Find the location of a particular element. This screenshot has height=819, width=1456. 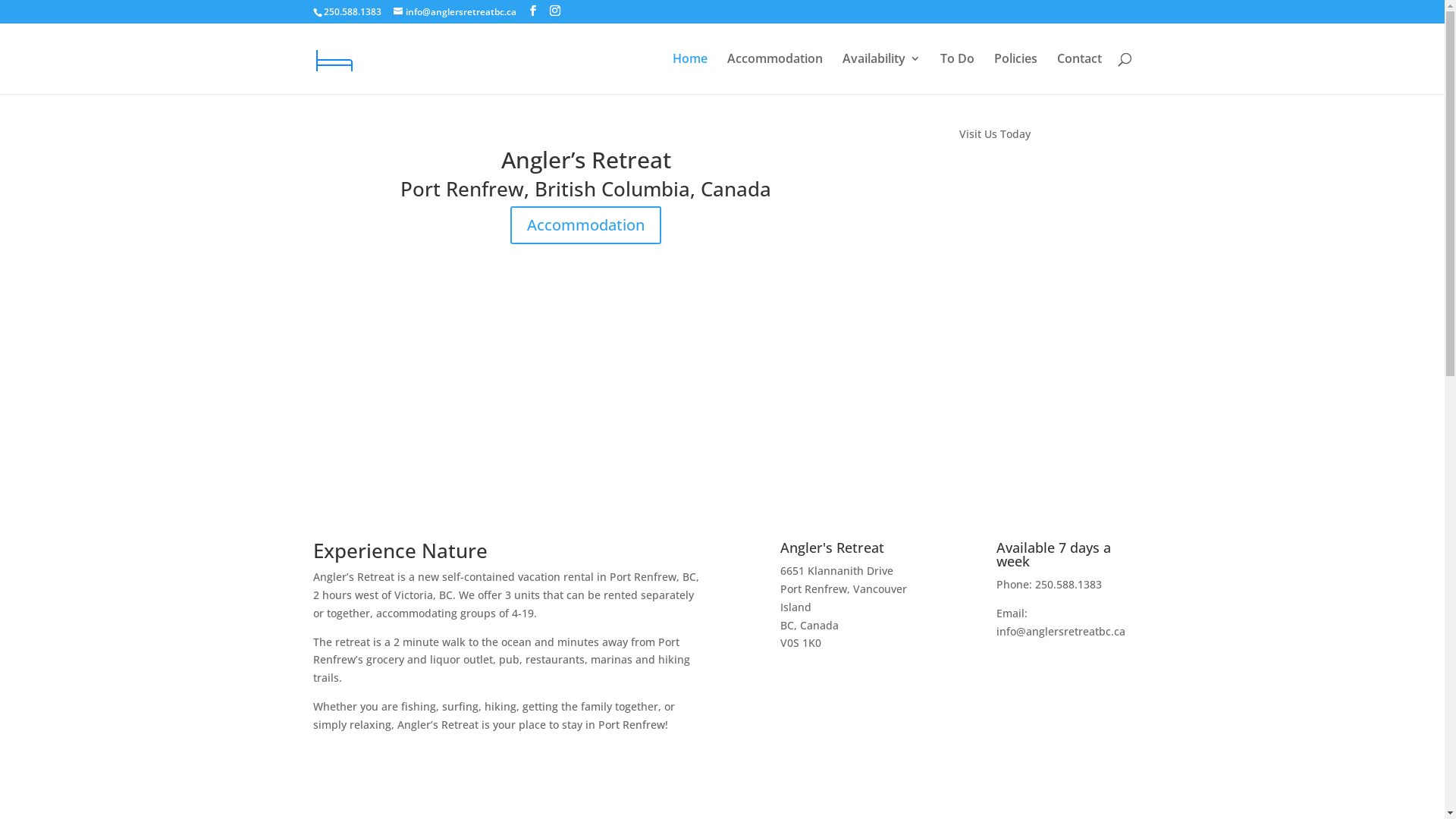

'Home' is located at coordinates (688, 73).